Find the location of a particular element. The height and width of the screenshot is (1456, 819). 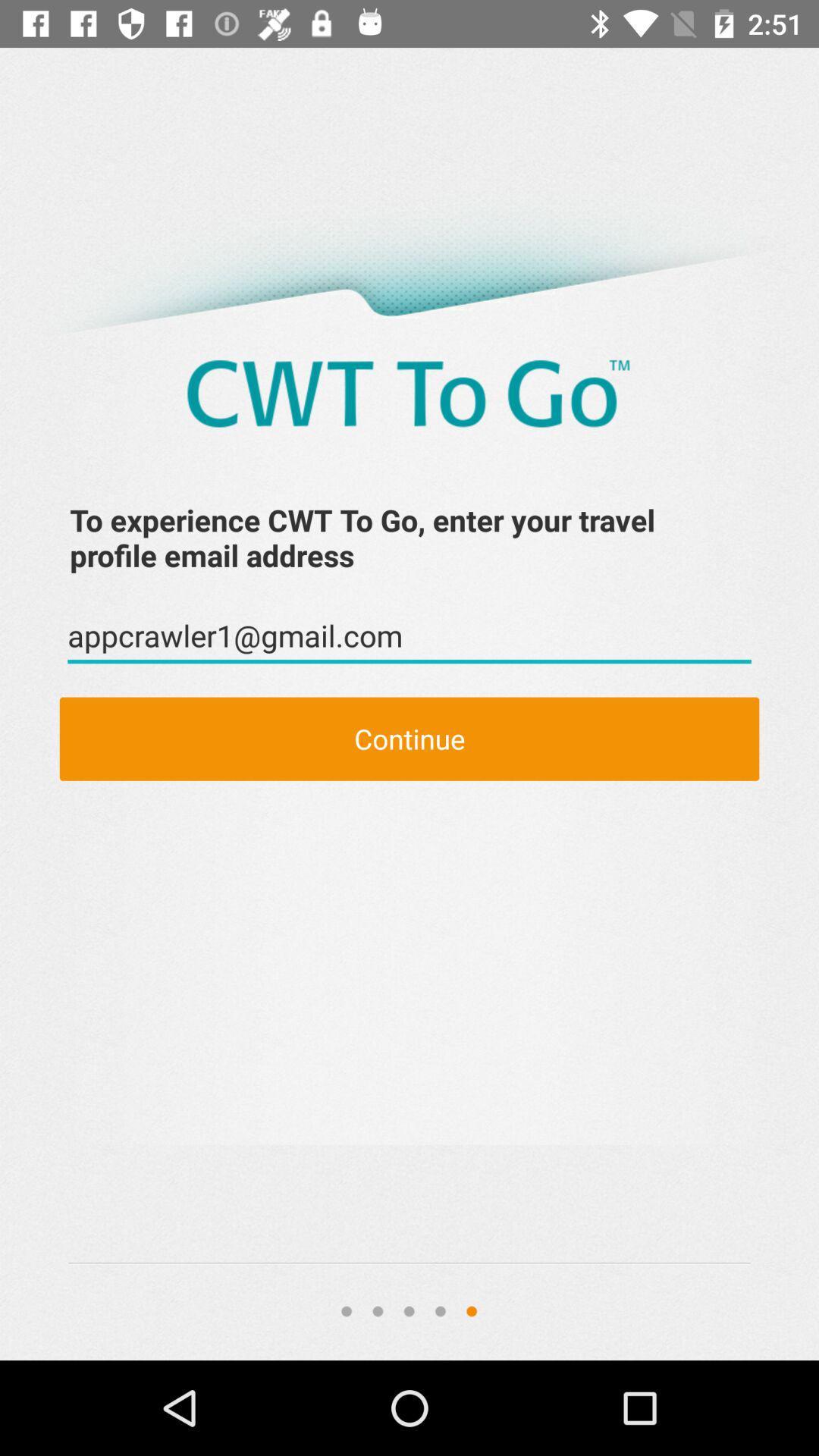

appcrawler1@gmail.com item is located at coordinates (409, 636).